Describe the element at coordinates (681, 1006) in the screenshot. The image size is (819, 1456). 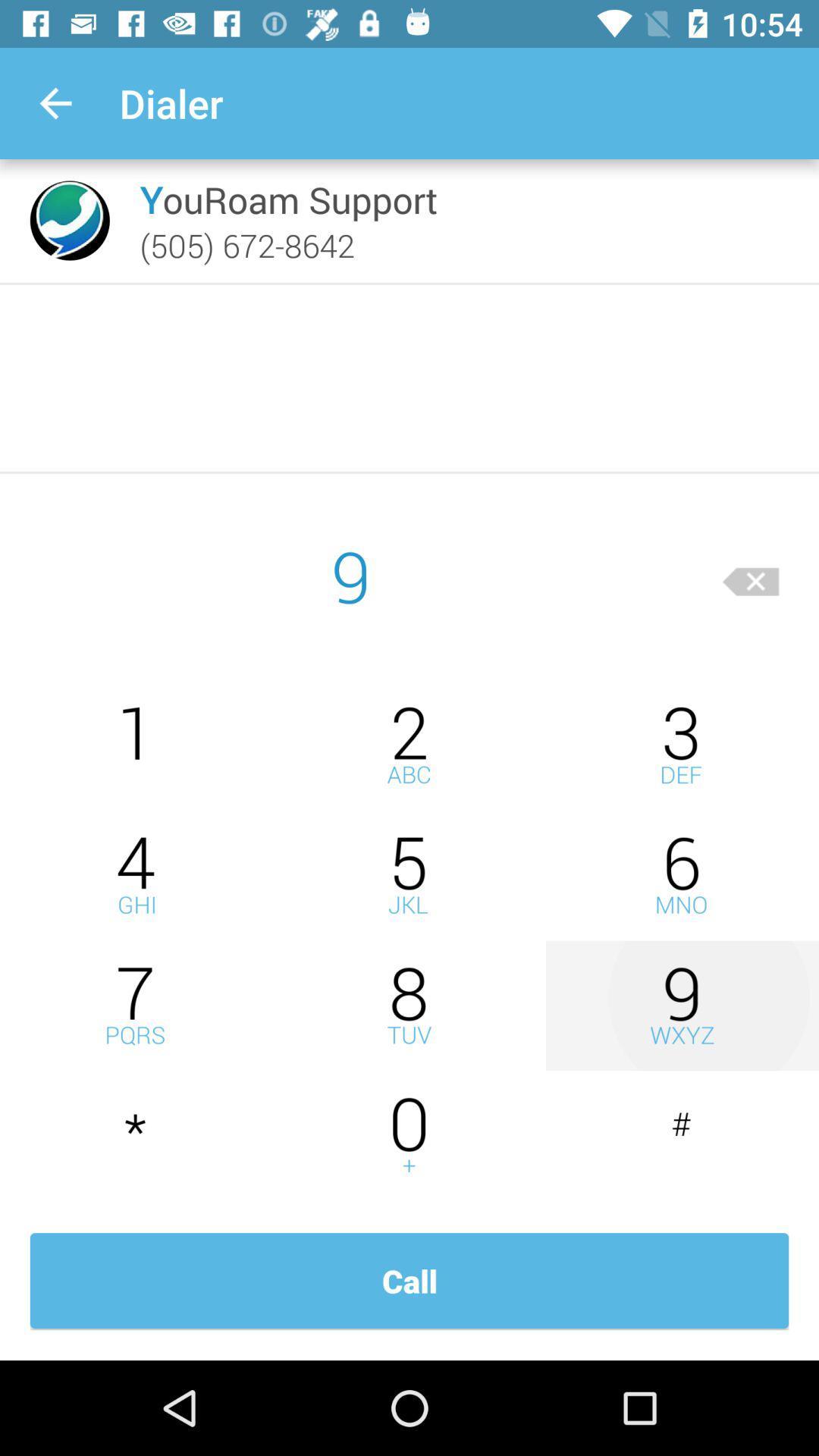
I see `number nine` at that location.